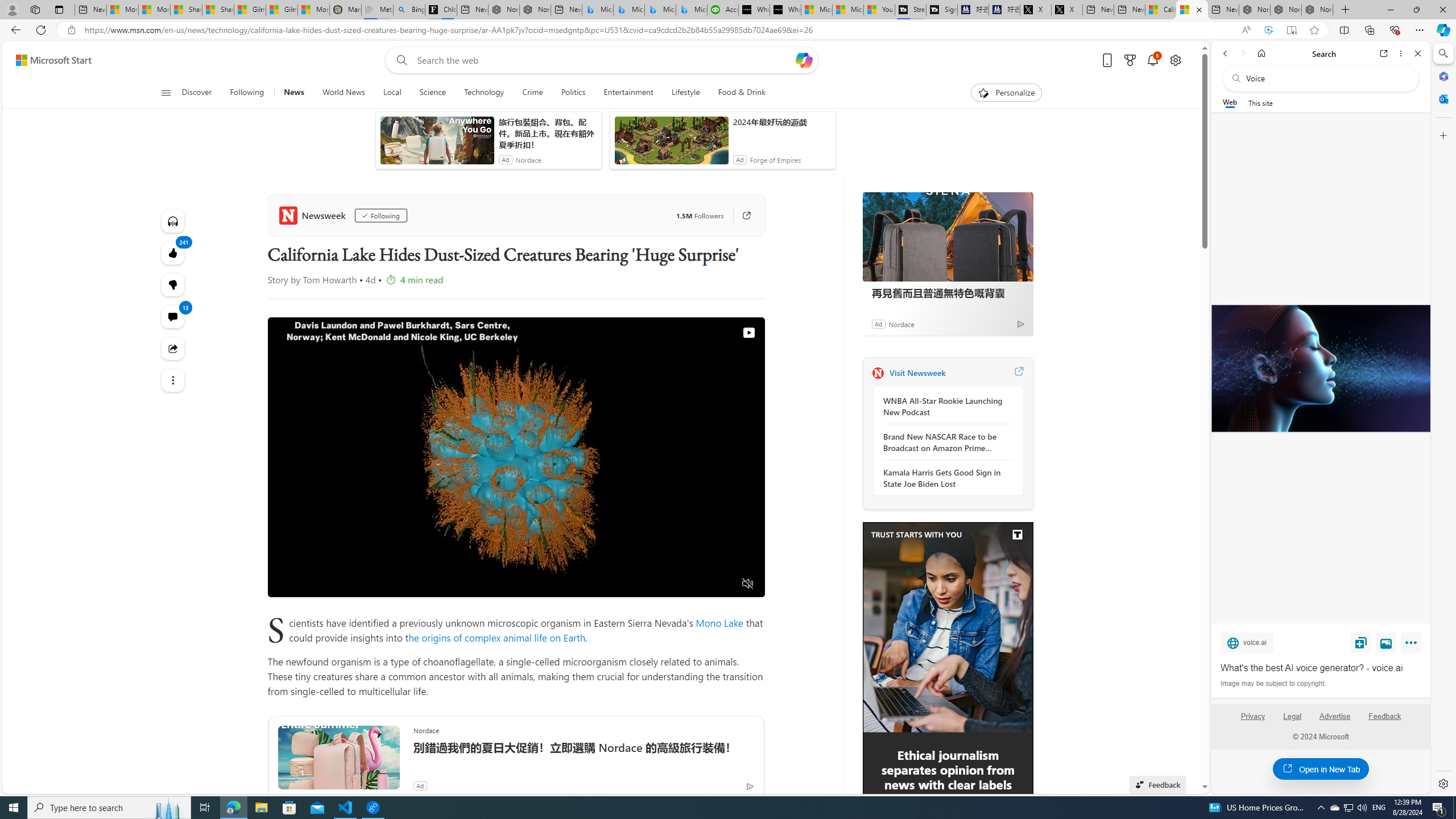 This screenshot has width=1456, height=819. What do you see at coordinates (440, 9) in the screenshot?
I see `'Chloe Sorvino'` at bounding box center [440, 9].